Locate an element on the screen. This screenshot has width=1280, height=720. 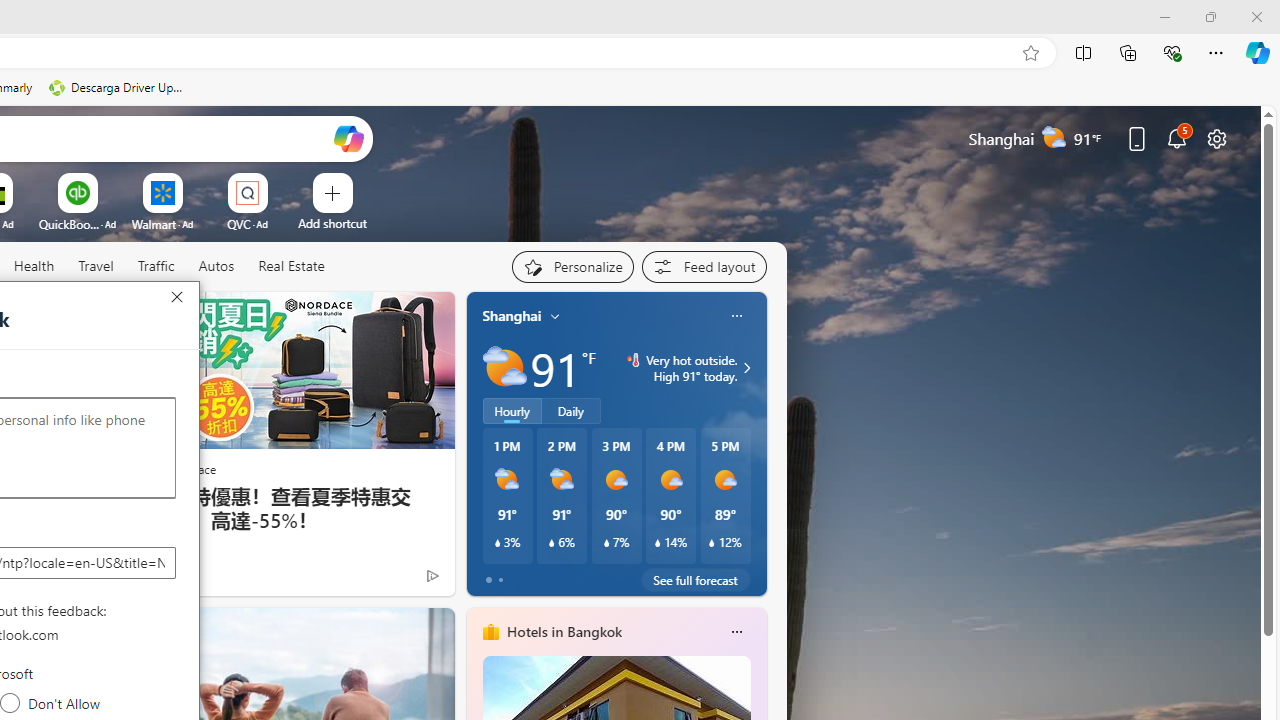
'Traffic' is located at coordinates (155, 266).